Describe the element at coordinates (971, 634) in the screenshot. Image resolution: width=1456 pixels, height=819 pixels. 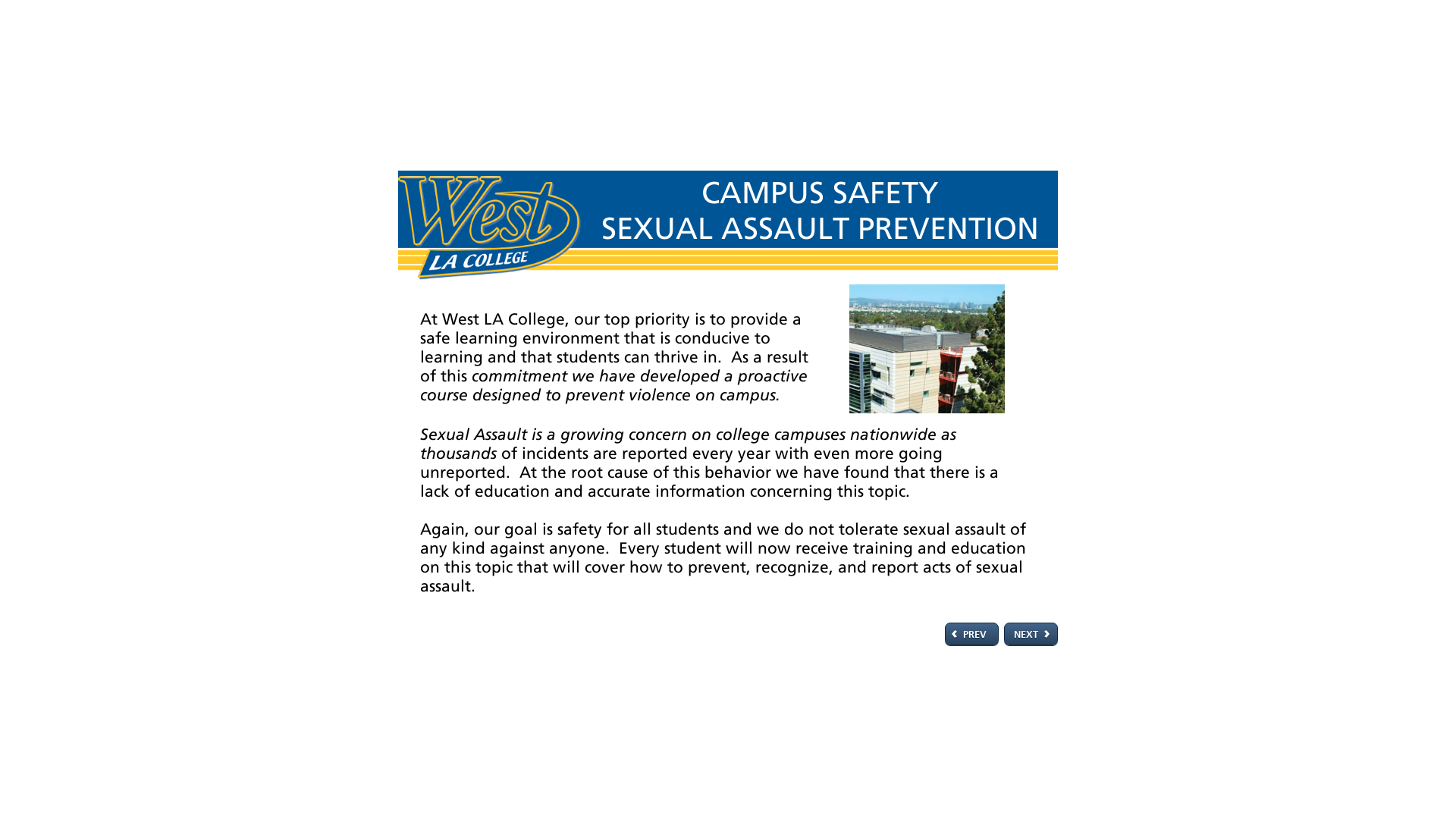
I see `'PREV'` at that location.